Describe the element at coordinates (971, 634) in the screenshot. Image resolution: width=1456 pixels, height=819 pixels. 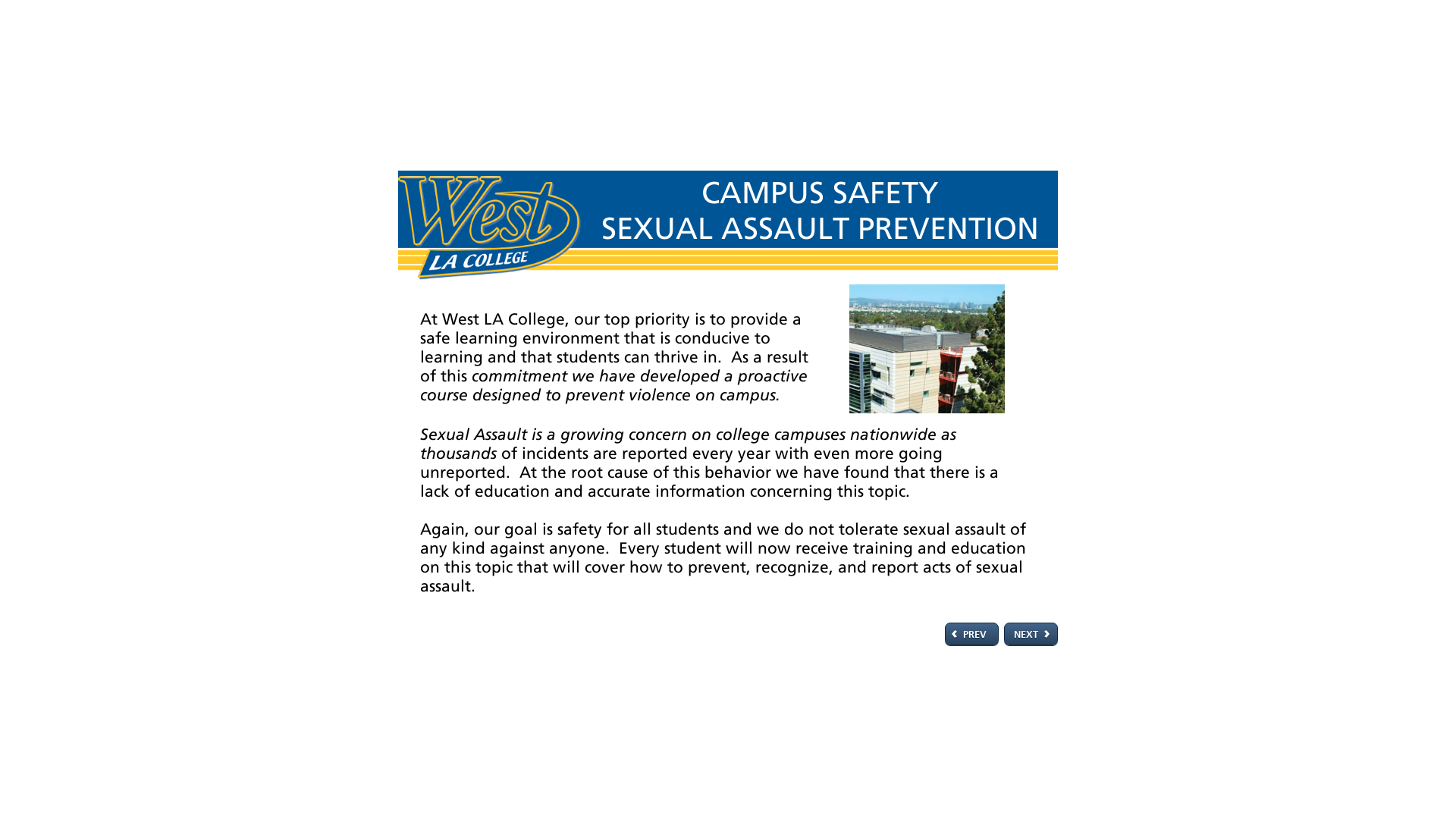
I see `'PREV'` at that location.